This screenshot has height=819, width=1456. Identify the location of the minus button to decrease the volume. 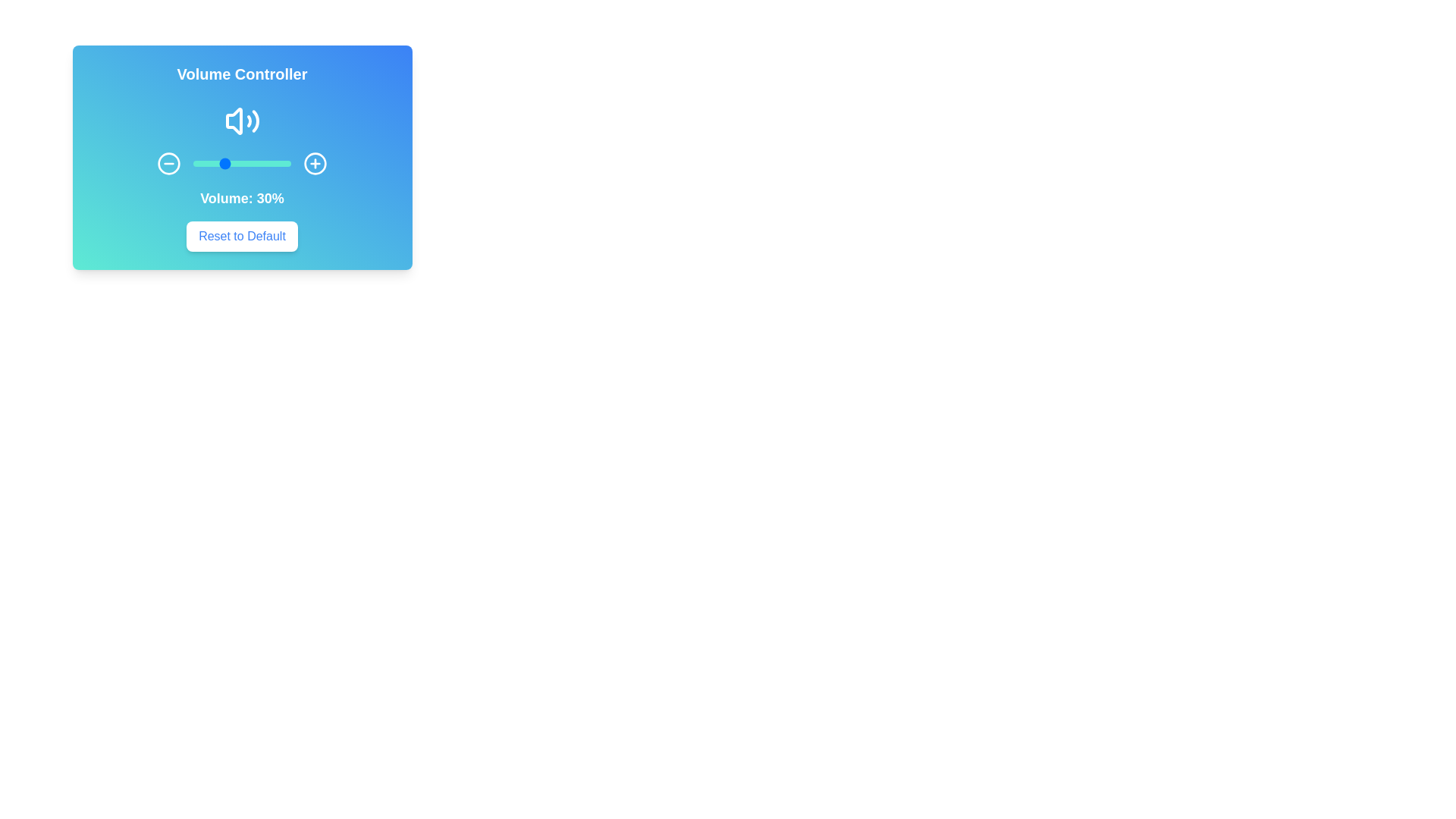
(168, 164).